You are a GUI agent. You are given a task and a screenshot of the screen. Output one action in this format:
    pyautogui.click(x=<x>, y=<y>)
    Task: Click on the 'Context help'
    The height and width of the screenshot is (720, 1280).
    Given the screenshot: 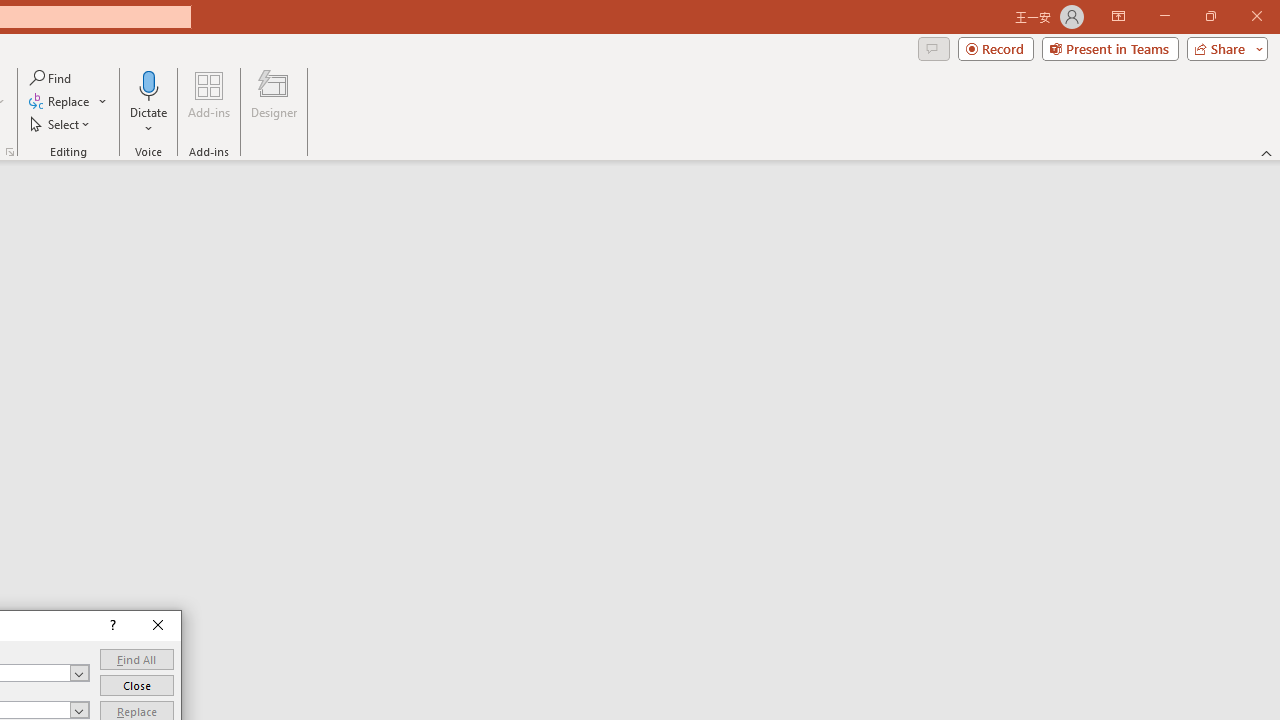 What is the action you would take?
    pyautogui.click(x=110, y=625)
    